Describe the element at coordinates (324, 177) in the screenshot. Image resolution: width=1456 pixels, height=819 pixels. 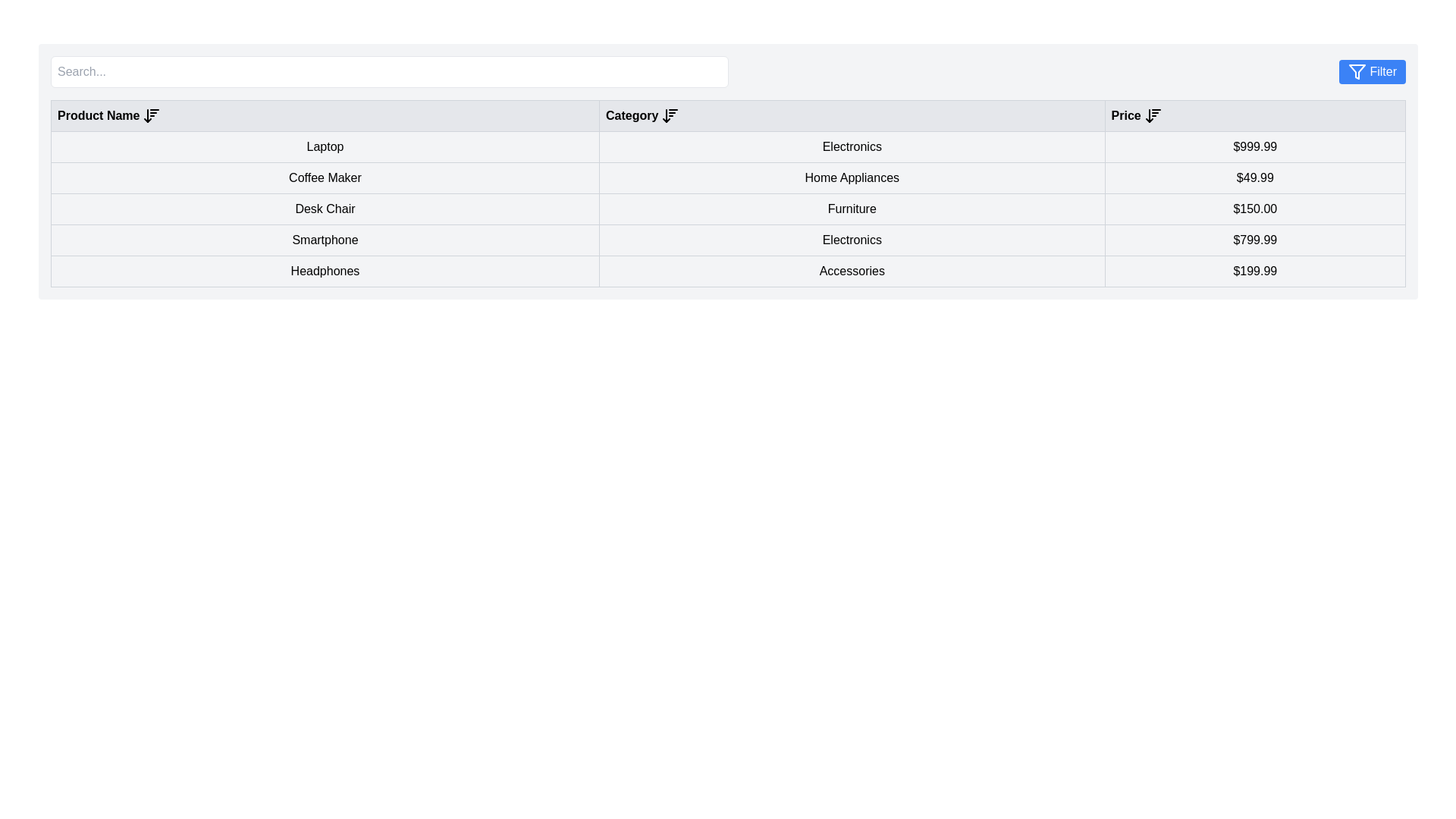
I see `the text label displaying 'Coffee Maker' located in the second row under the 'Product Name' column in the table` at that location.